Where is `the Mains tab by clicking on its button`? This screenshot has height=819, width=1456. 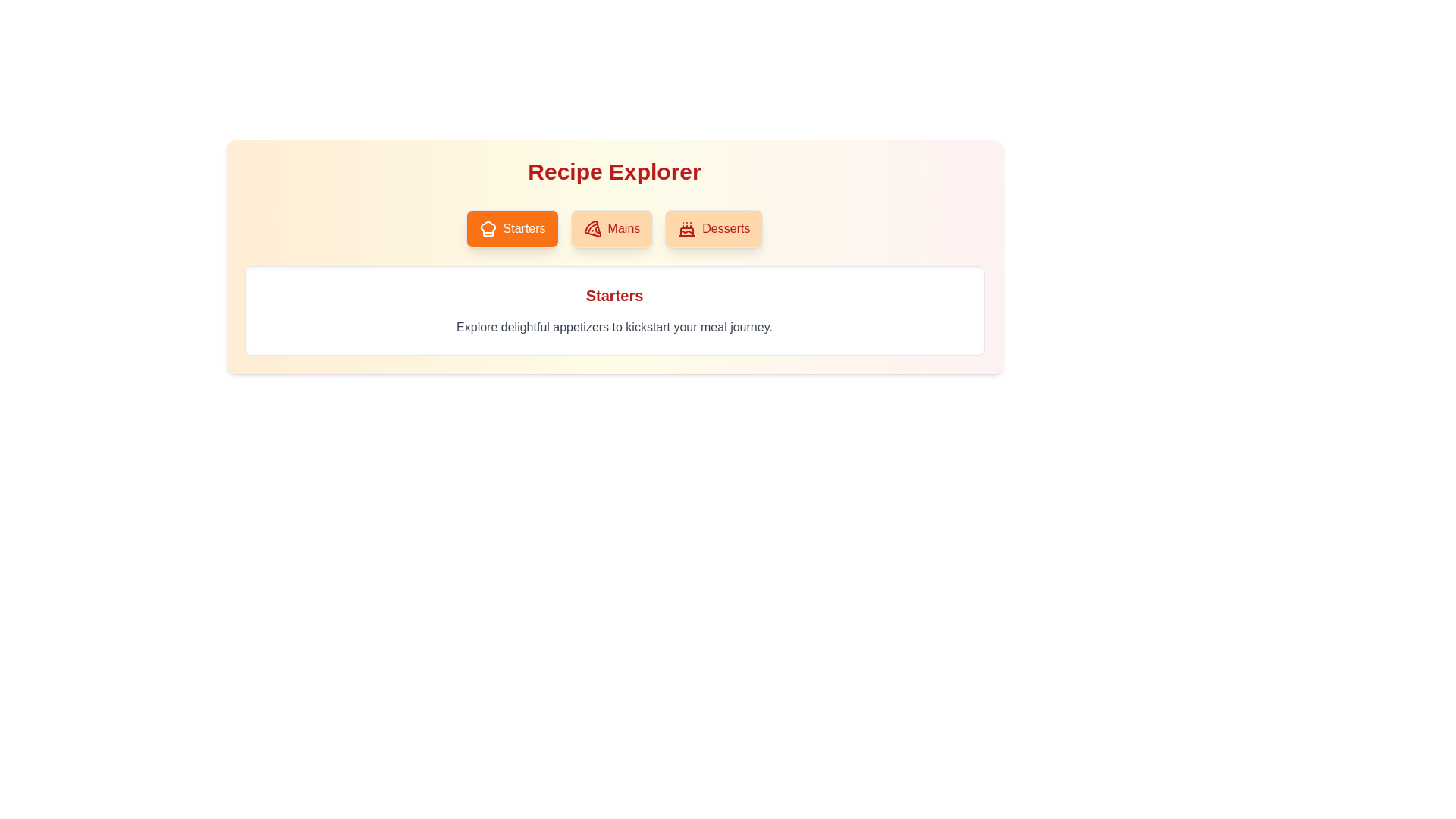 the Mains tab by clicking on its button is located at coordinates (611, 228).